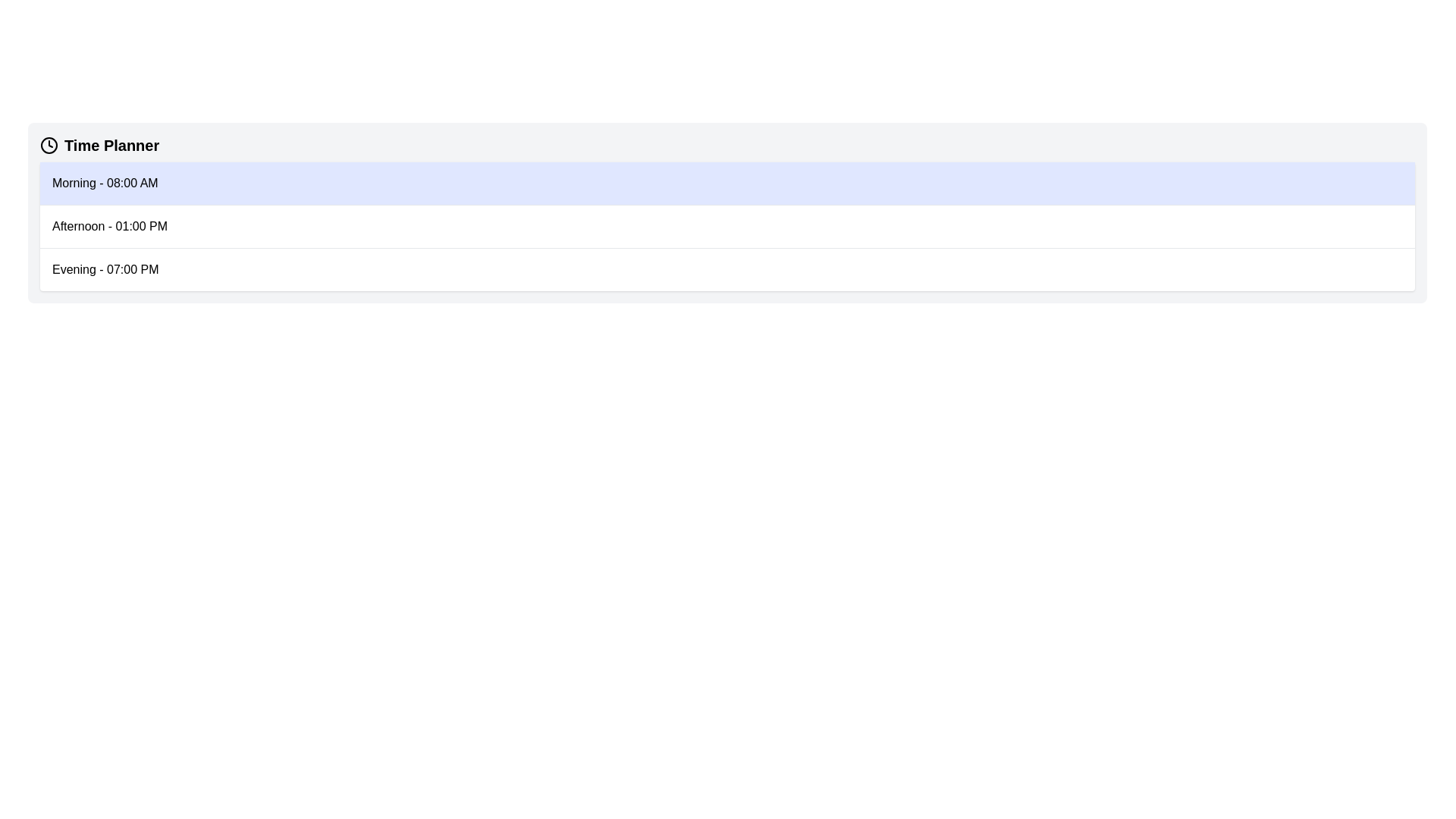  What do you see at coordinates (726, 183) in the screenshot?
I see `the selectable list item labeled 'Morning - 08:00 AM'` at bounding box center [726, 183].